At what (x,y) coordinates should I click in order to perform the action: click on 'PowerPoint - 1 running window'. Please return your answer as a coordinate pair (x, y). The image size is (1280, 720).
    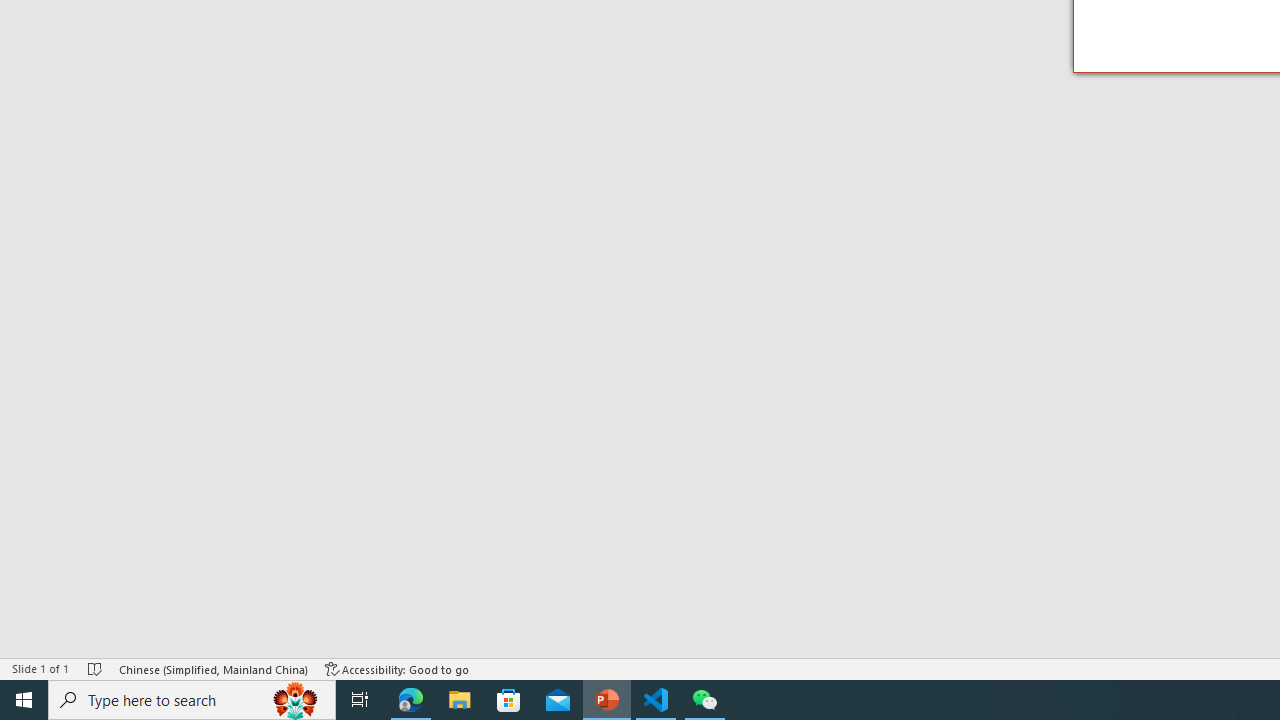
    Looking at the image, I should click on (606, 698).